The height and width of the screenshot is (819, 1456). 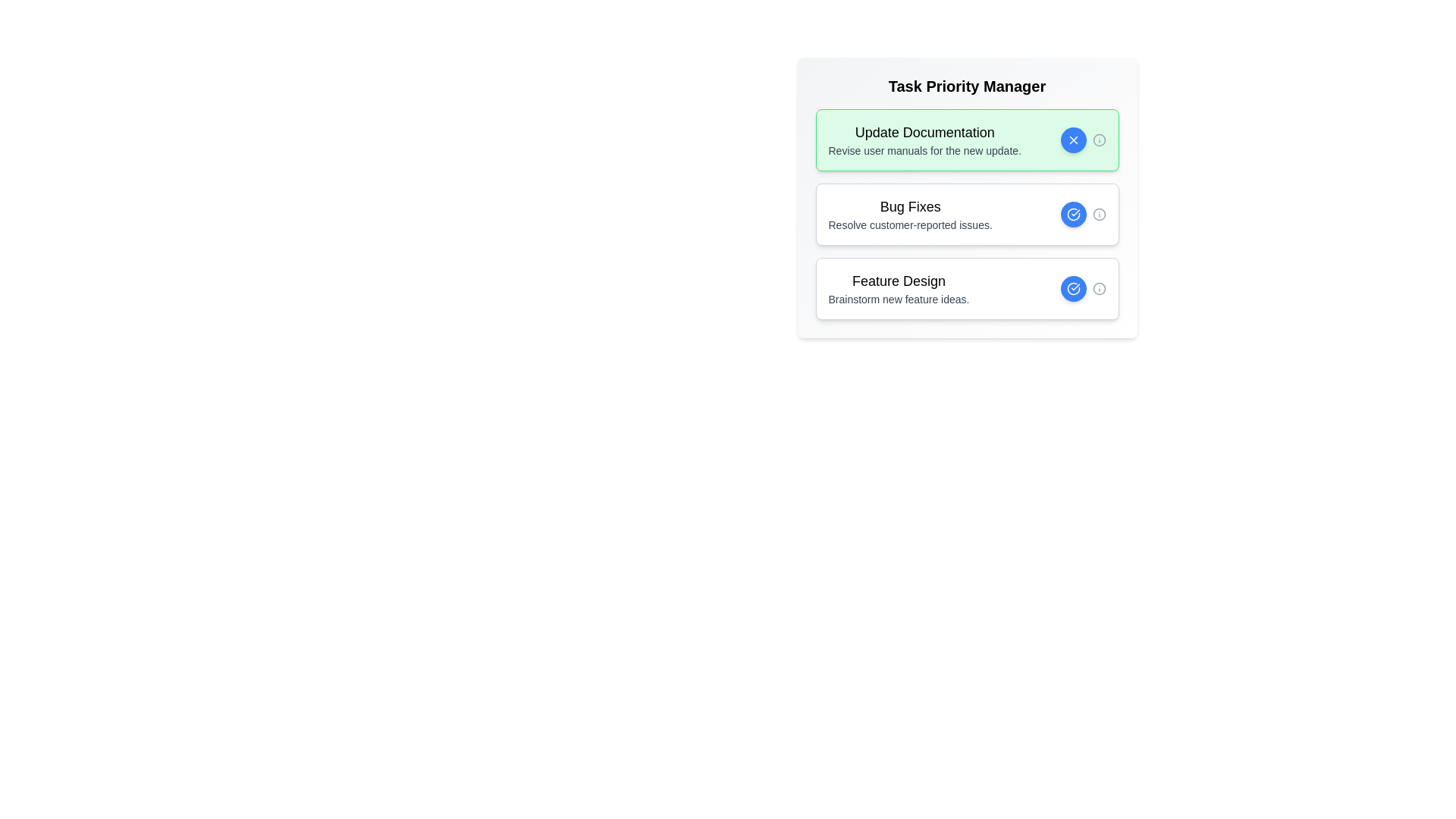 I want to click on the info icon for the task titled 'Bug Fixes' to view additional information, so click(x=1099, y=214).